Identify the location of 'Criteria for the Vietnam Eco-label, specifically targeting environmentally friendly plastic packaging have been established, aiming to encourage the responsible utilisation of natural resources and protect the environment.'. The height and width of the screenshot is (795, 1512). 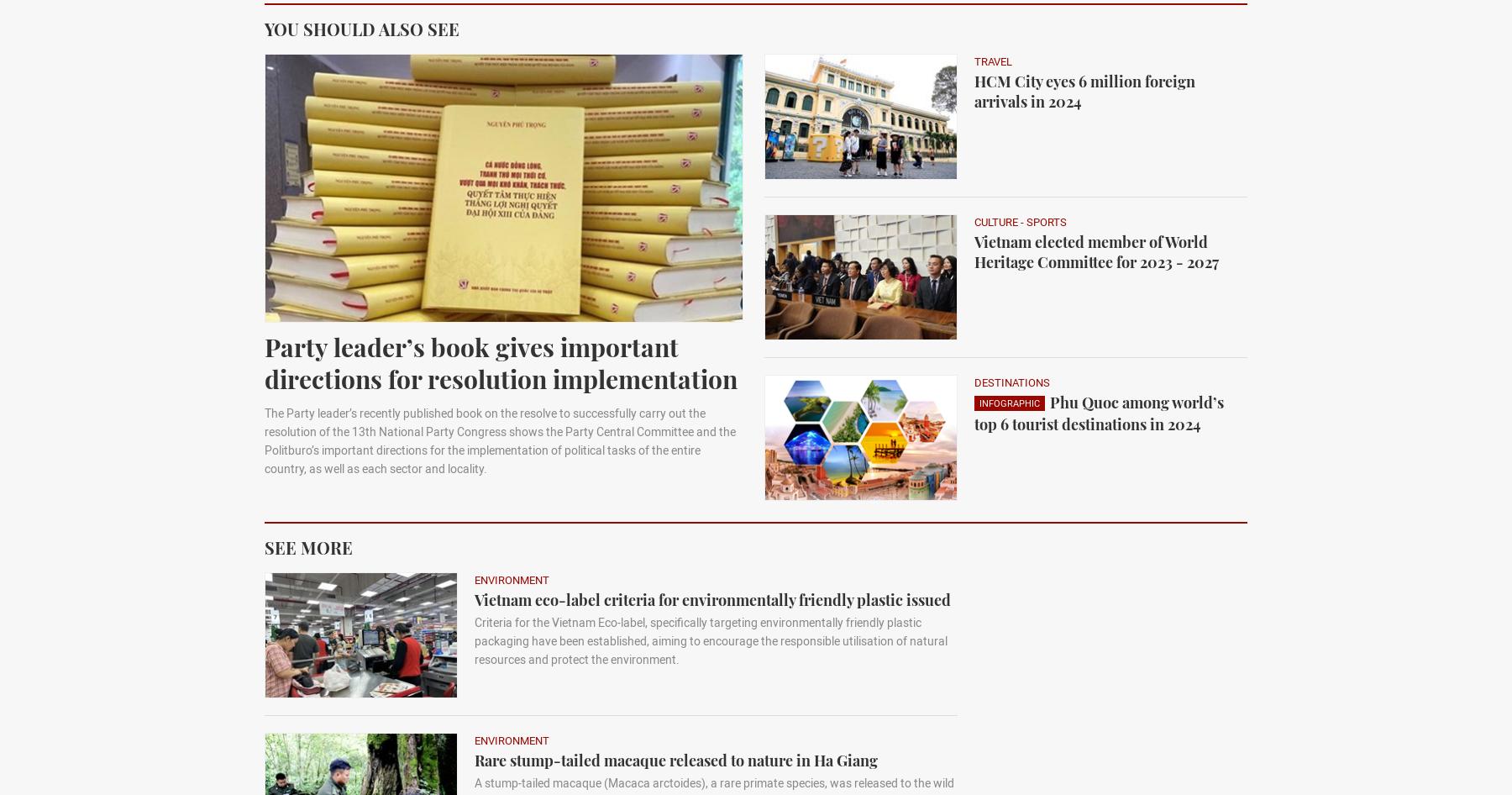
(711, 640).